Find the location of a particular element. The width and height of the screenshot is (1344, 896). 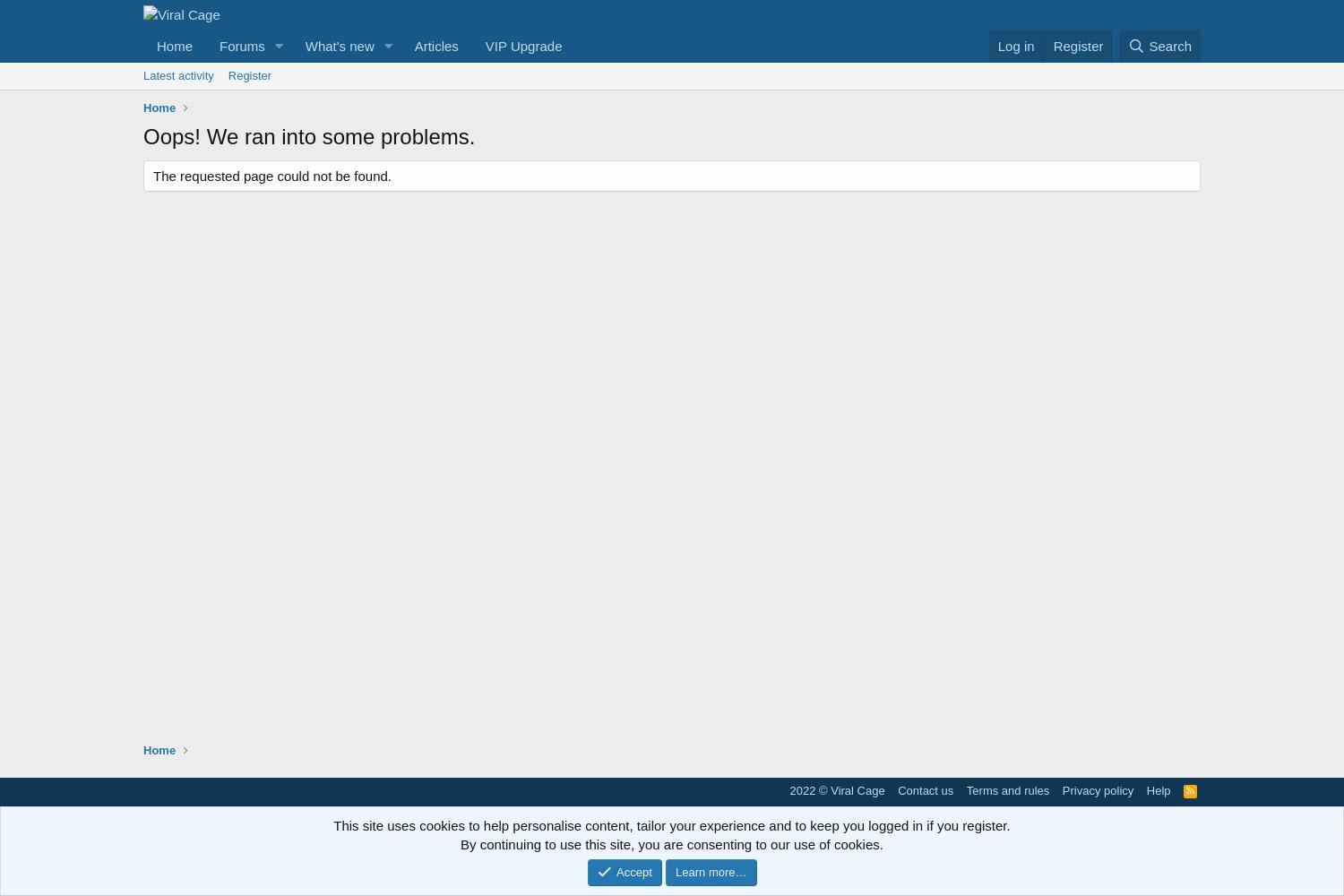

'Articles' is located at coordinates (435, 46).